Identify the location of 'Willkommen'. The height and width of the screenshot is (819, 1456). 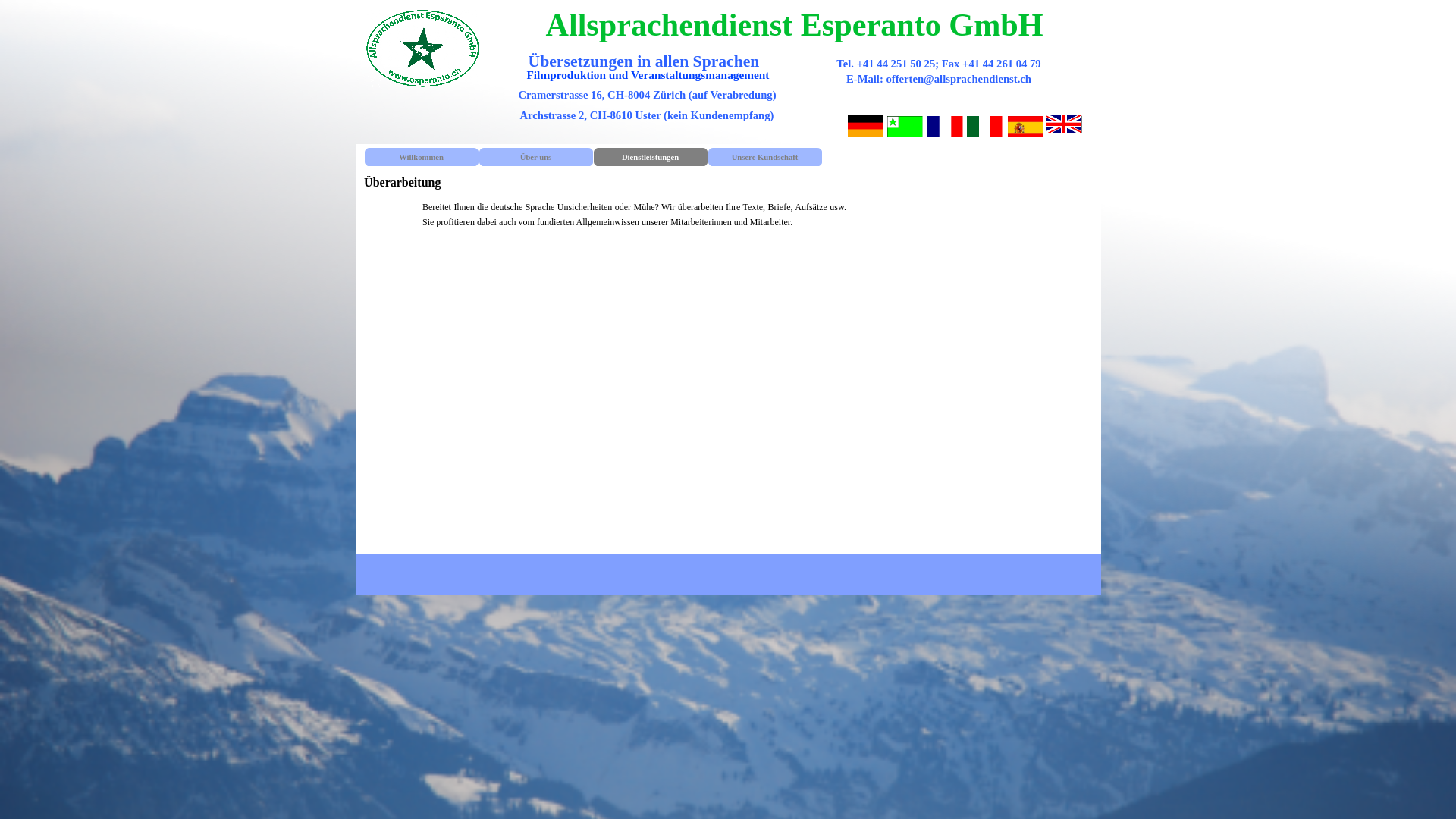
(421, 157).